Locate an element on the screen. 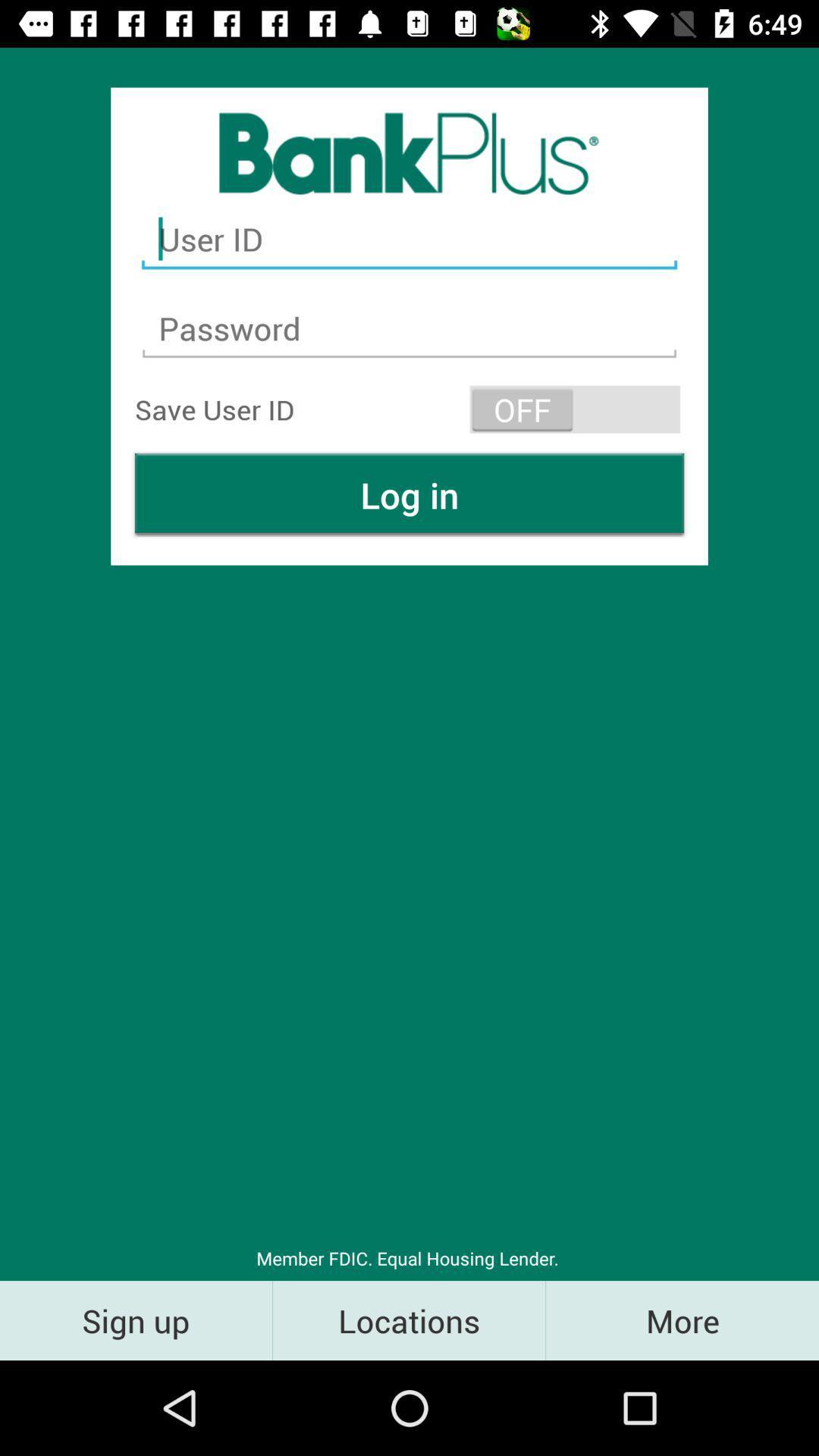 This screenshot has width=819, height=1456. the log in item is located at coordinates (409, 494).